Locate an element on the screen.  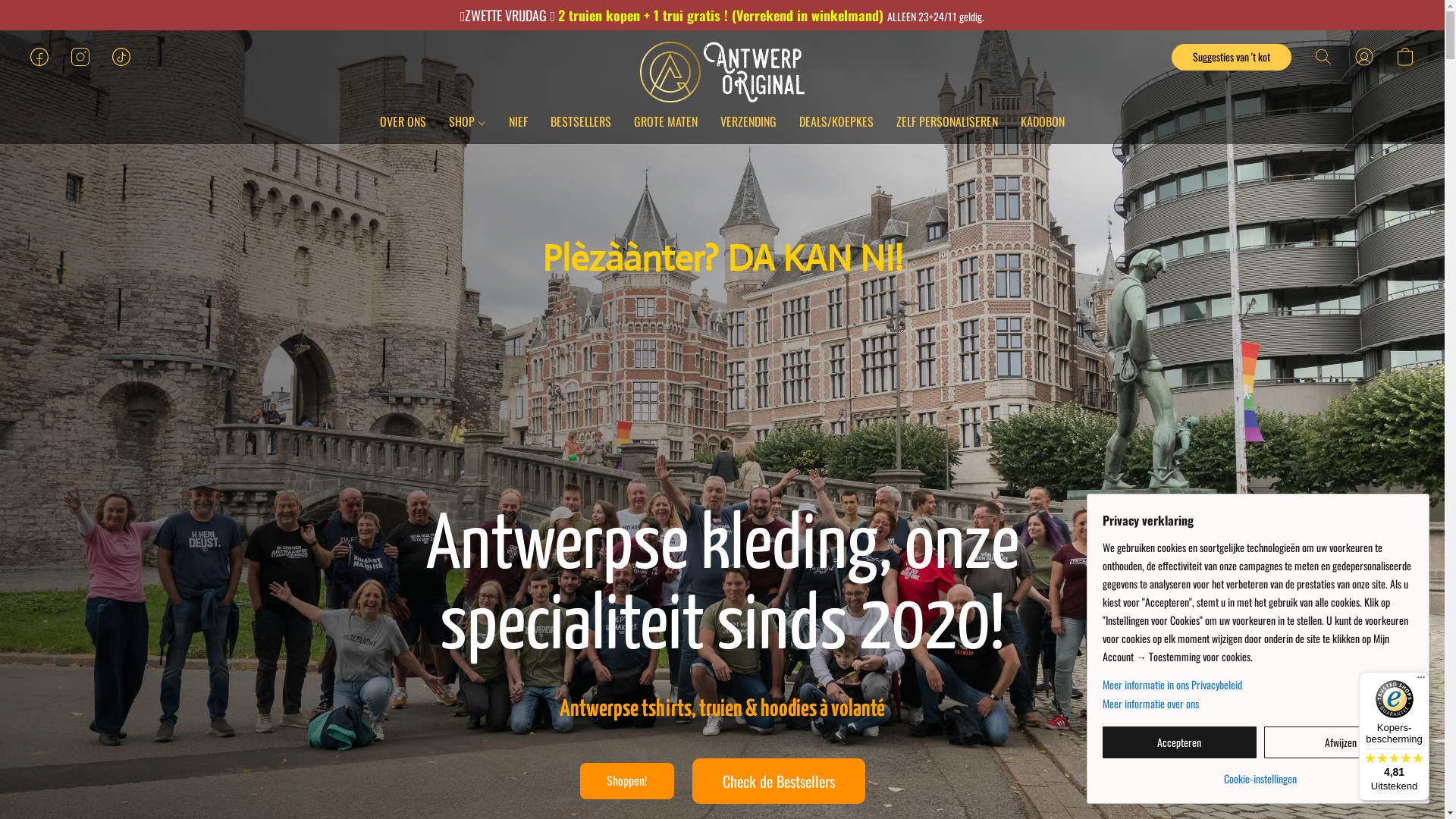
'Zoeken op website' is located at coordinates (1323, 55).